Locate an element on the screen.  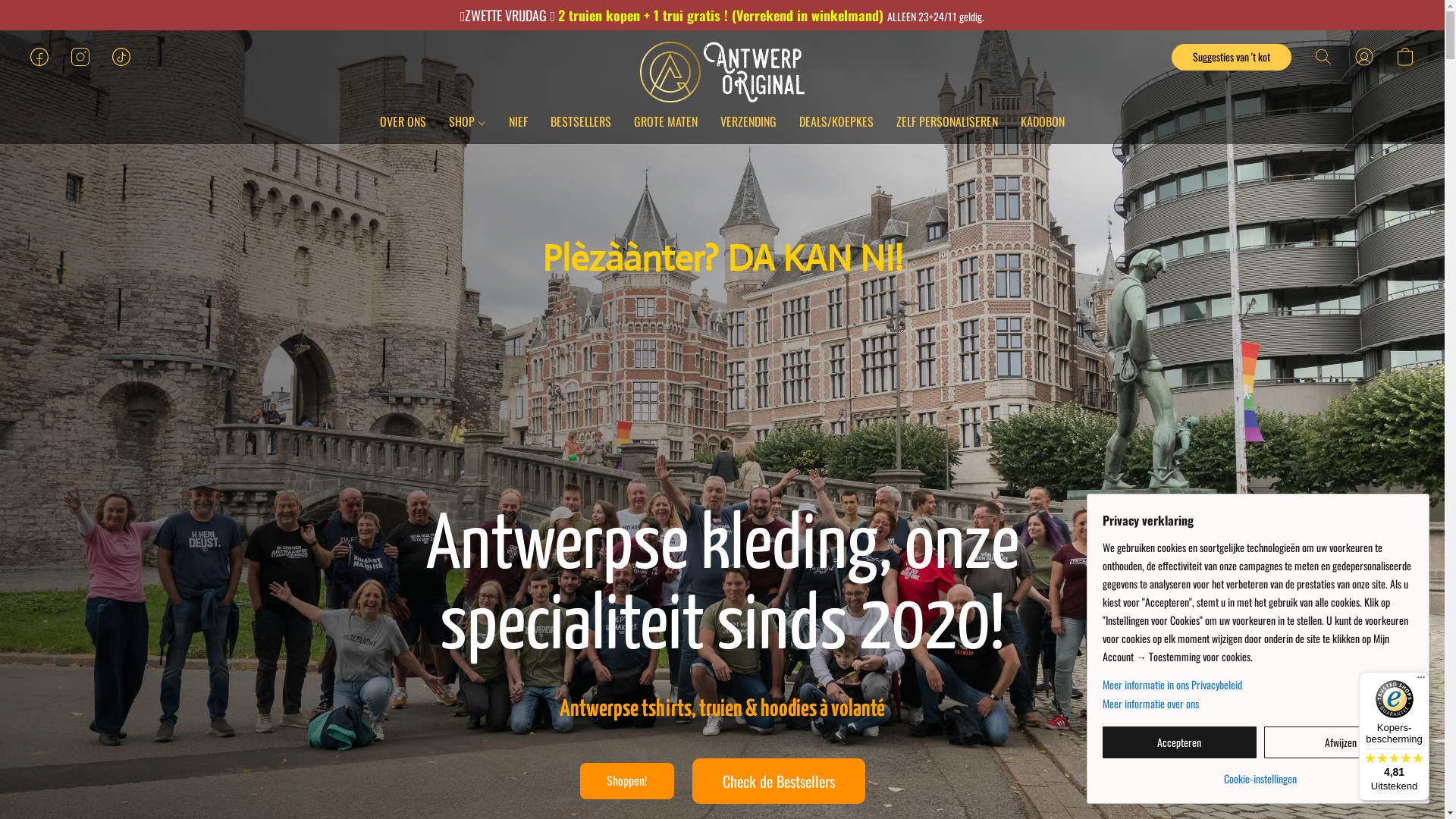
'Zoeken op website' is located at coordinates (1323, 55).